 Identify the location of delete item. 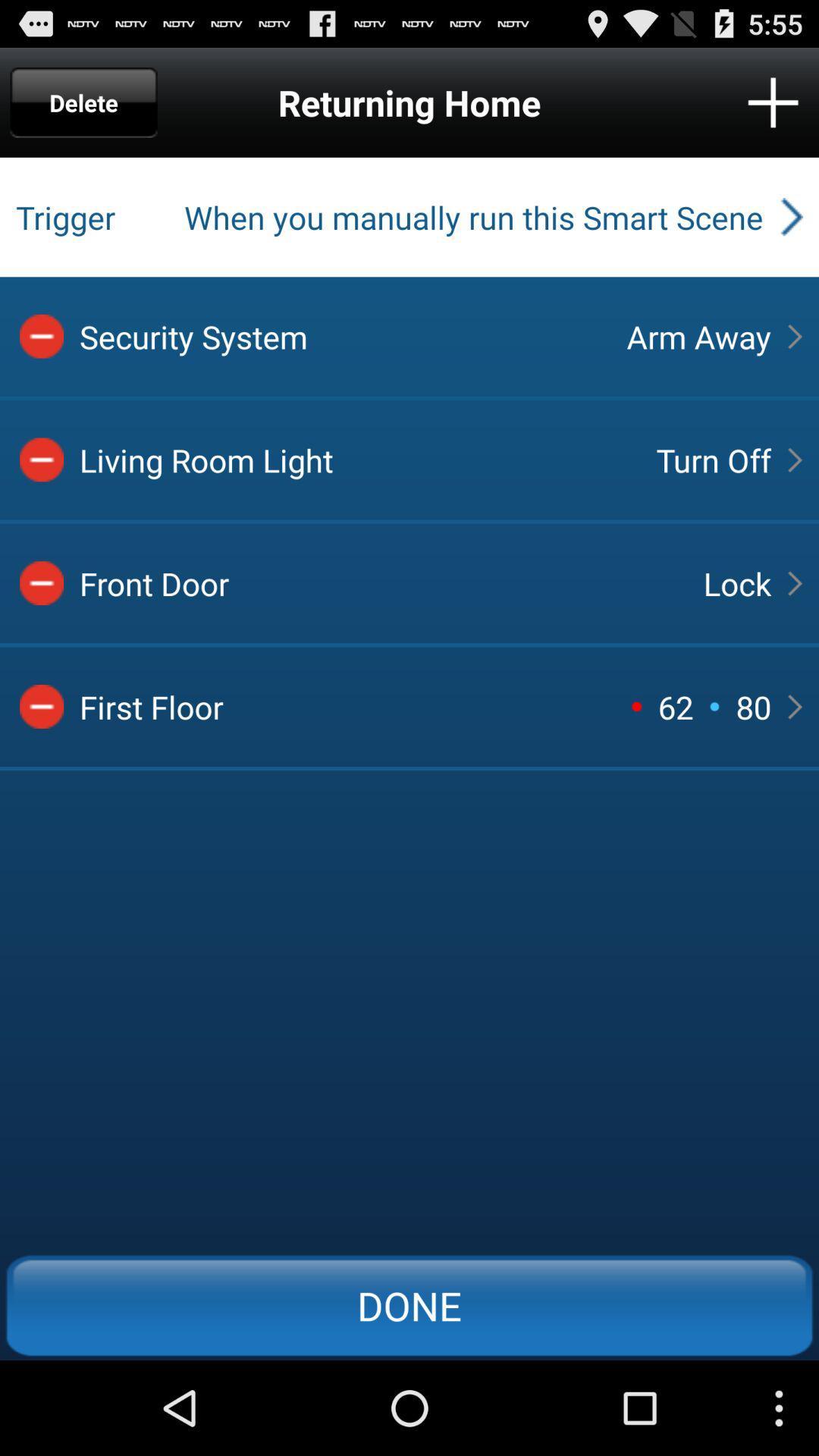
(41, 335).